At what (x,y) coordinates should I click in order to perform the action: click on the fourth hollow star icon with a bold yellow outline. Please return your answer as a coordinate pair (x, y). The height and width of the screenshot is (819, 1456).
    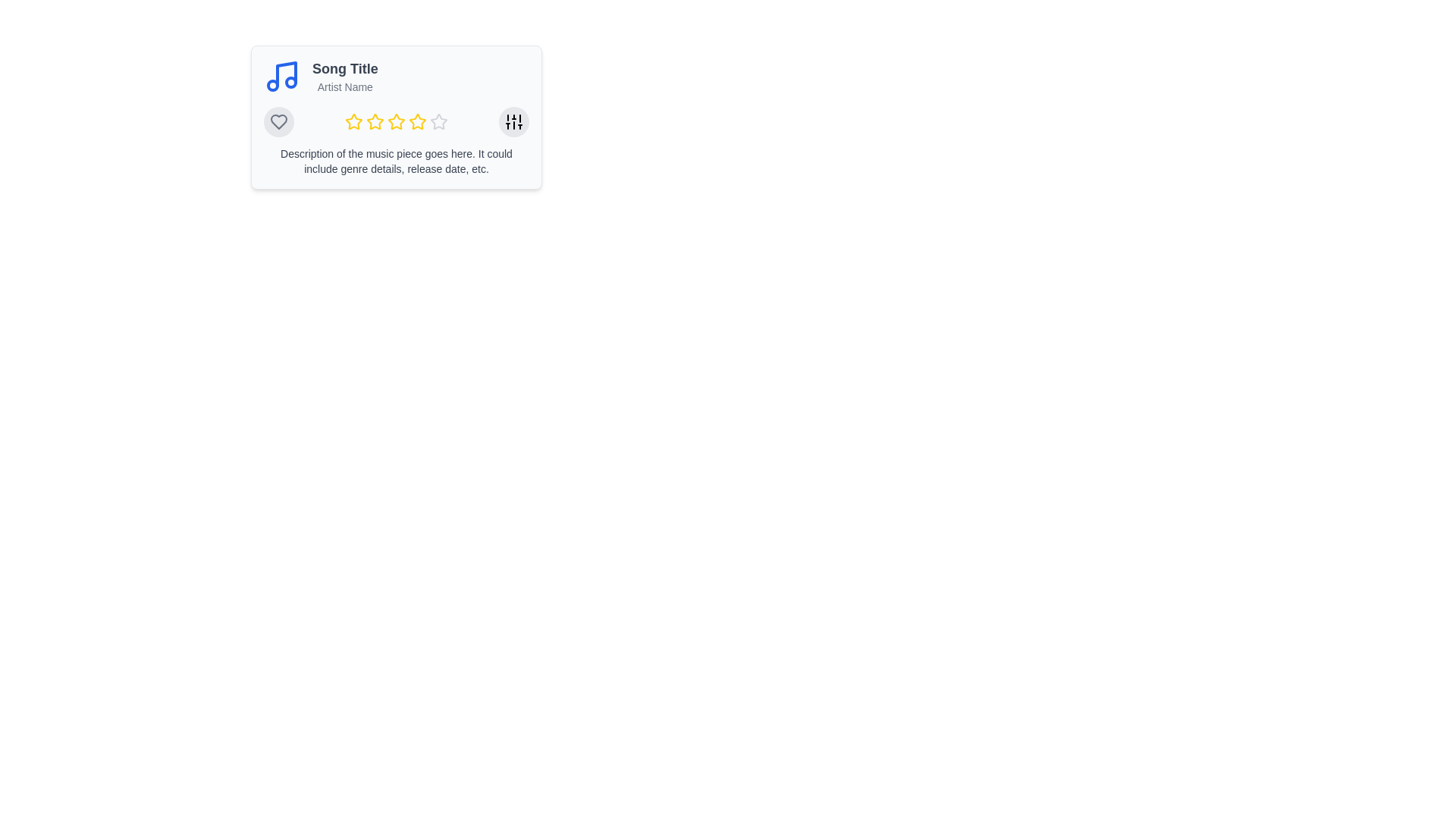
    Looking at the image, I should click on (418, 121).